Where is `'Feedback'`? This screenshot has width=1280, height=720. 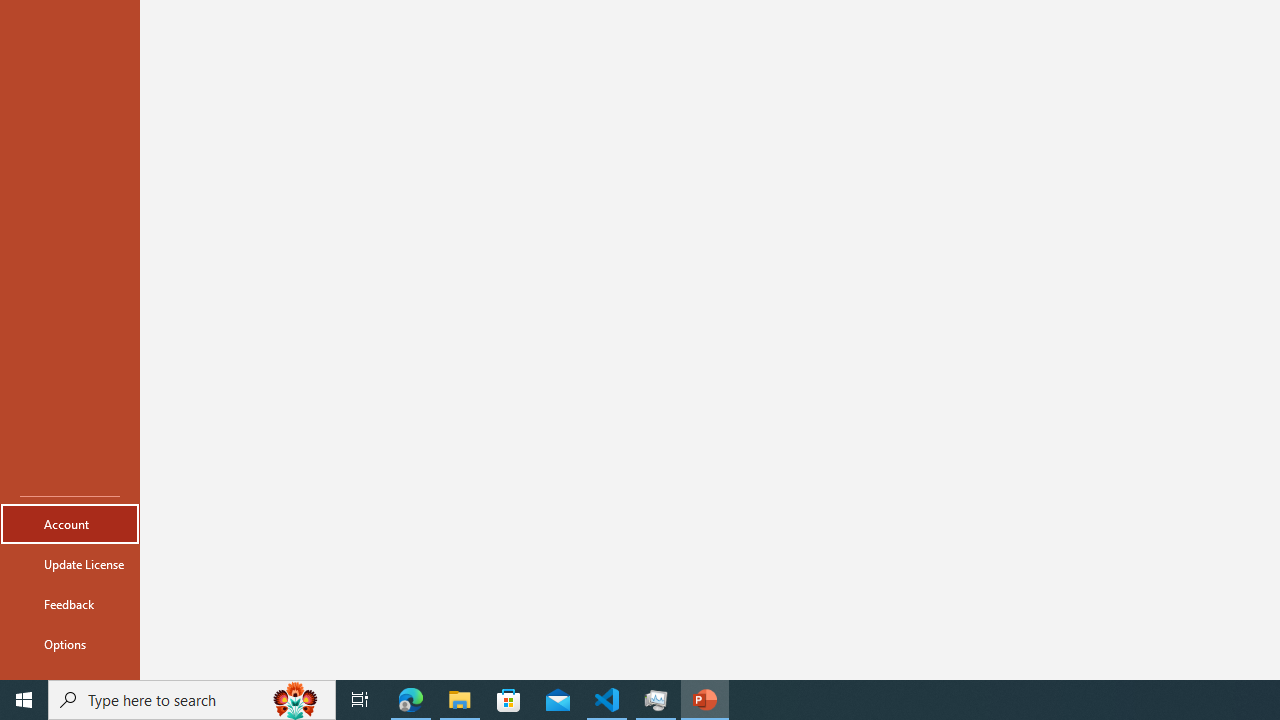
'Feedback' is located at coordinates (69, 603).